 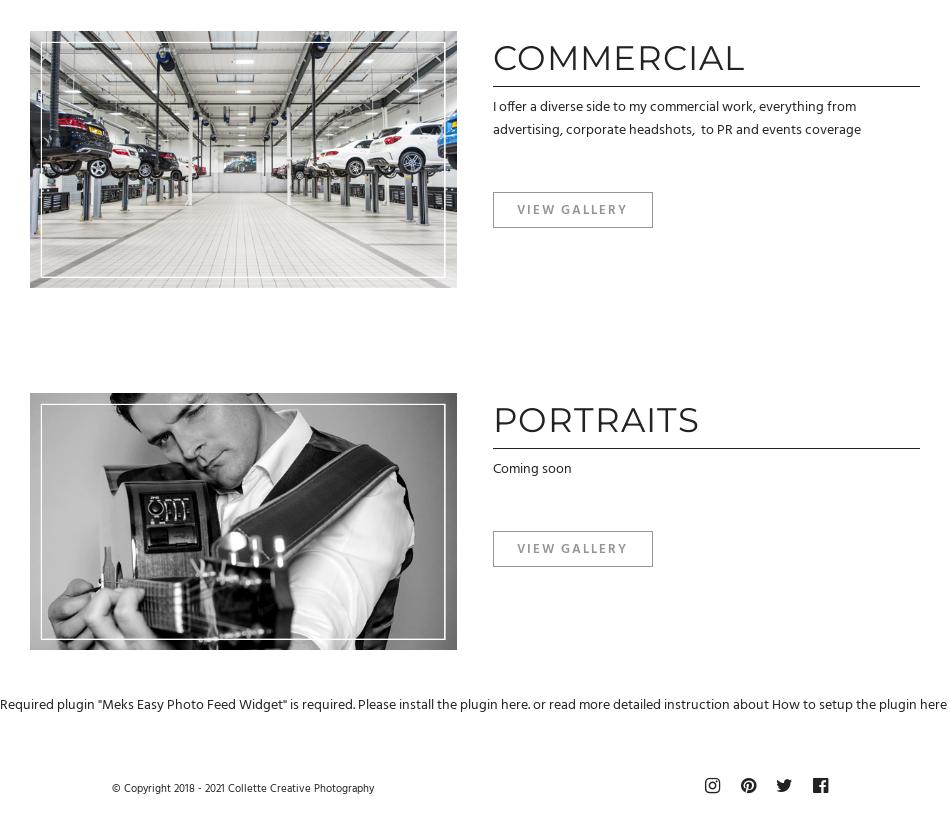 What do you see at coordinates (676, 118) in the screenshot?
I see `'I offer a diverse side to my commercial work, everything from advertising, corporate headshots,  to PR and events coverage'` at bounding box center [676, 118].